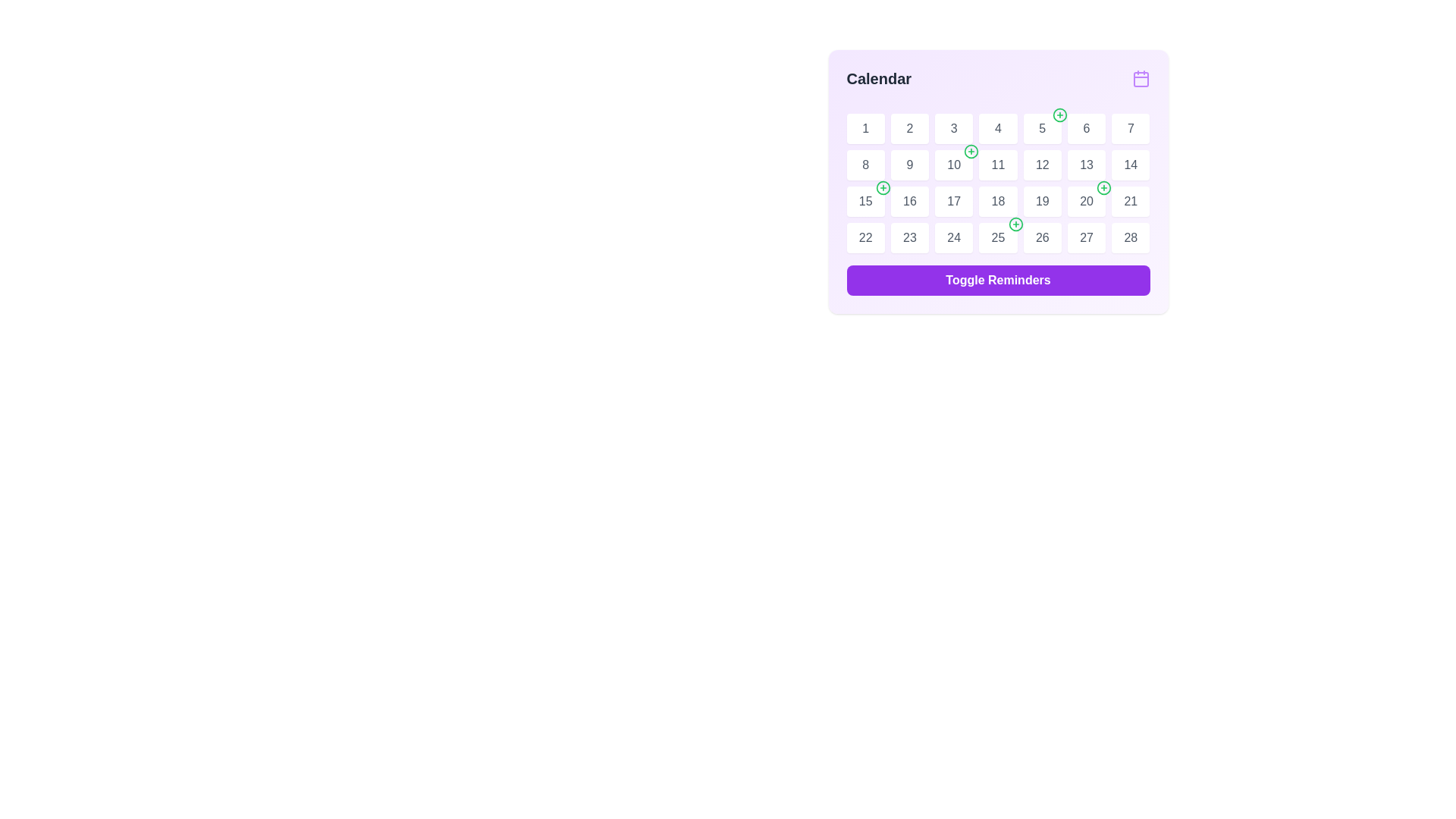  I want to click on the button-like calendar grid cell located in the bottom row, second from the left, so click(910, 237).